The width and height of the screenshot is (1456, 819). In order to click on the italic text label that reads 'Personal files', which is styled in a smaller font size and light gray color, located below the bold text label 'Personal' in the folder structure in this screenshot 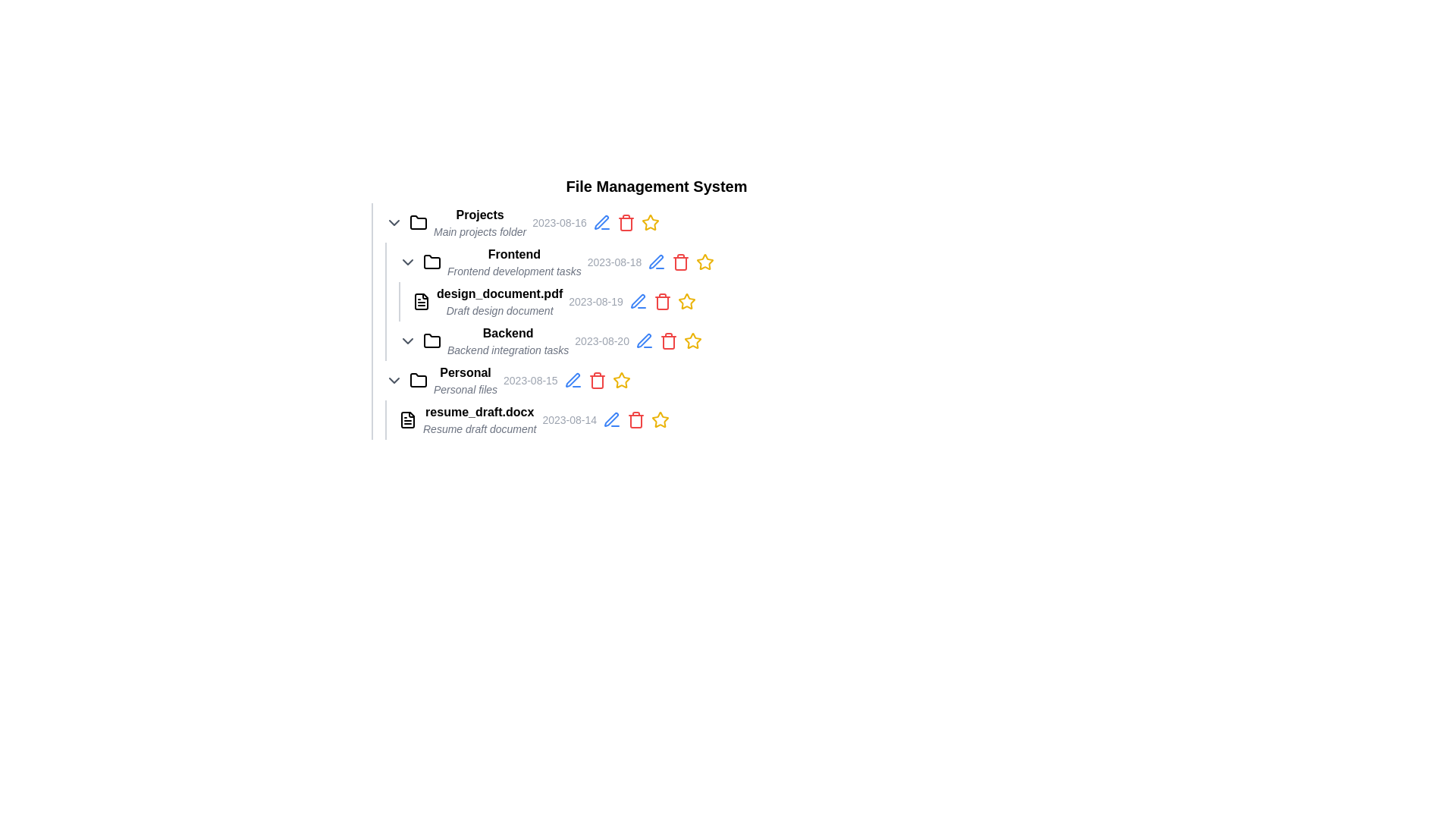, I will do `click(465, 388)`.